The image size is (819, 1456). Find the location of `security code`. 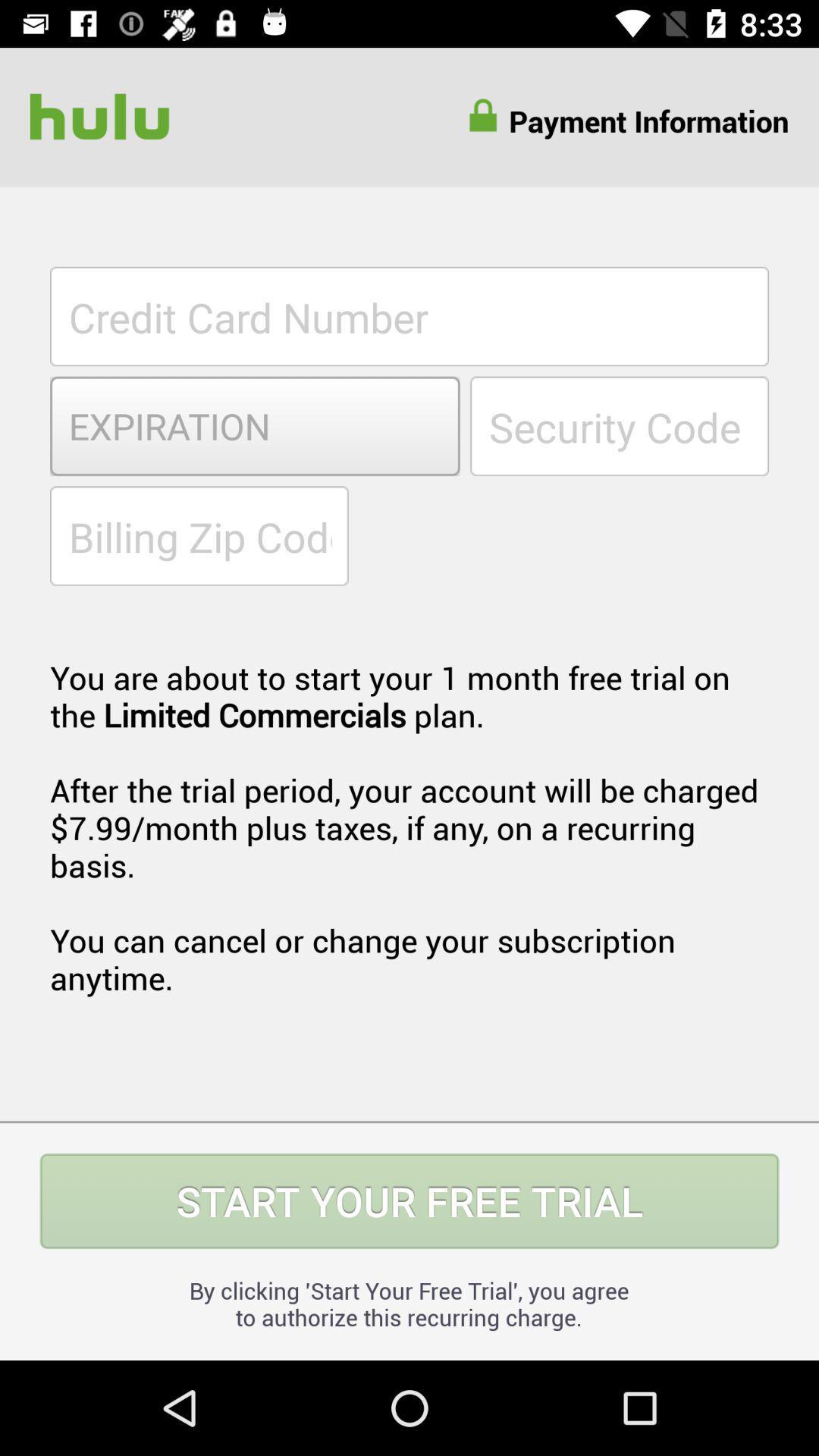

security code is located at coordinates (620, 425).